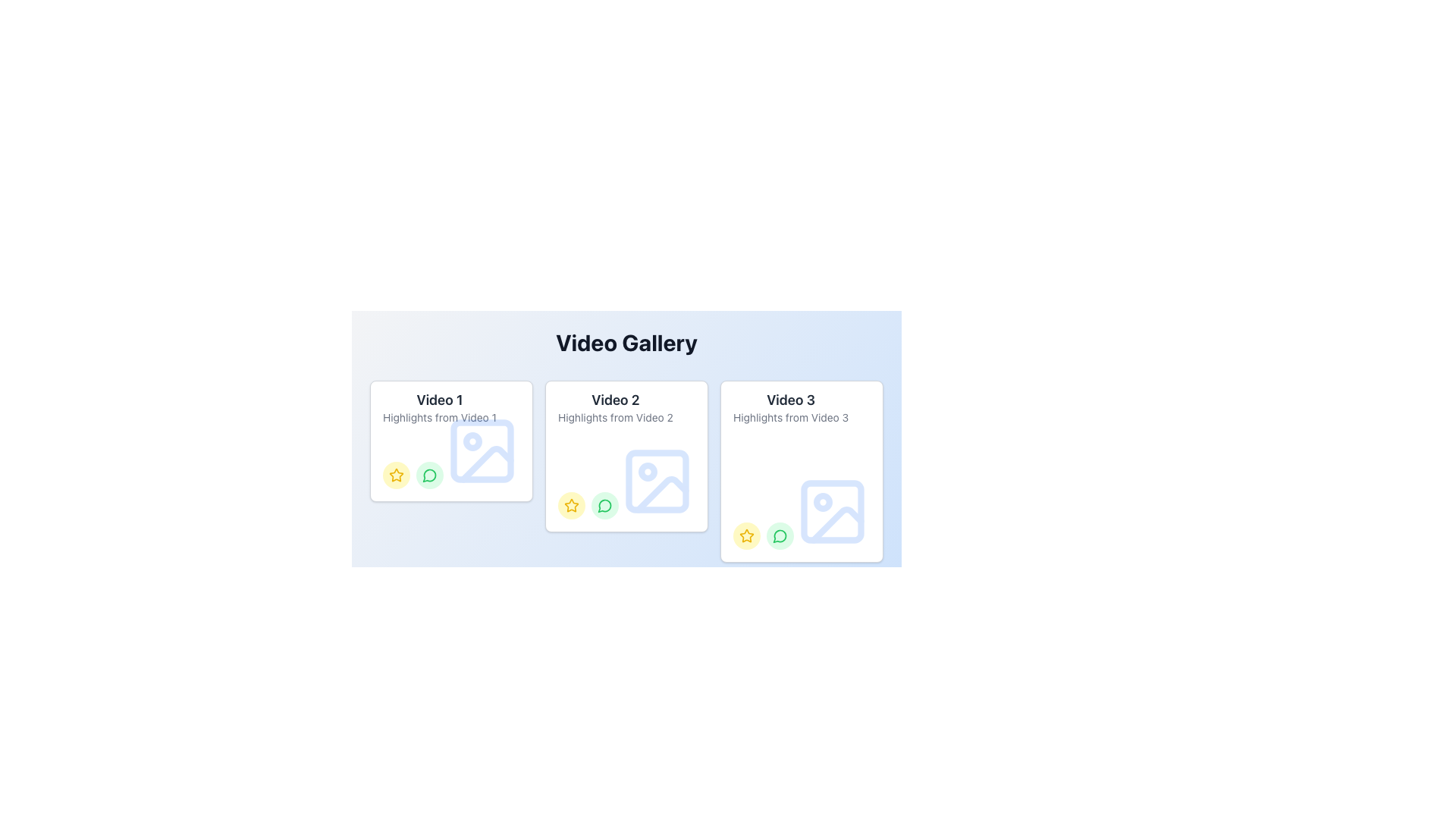 The height and width of the screenshot is (819, 1456). Describe the element at coordinates (790, 409) in the screenshot. I see `the text element titled 'Video 3' which includes the subtitle 'Highlights from Video 3', located at the top-left corner of the card` at that location.